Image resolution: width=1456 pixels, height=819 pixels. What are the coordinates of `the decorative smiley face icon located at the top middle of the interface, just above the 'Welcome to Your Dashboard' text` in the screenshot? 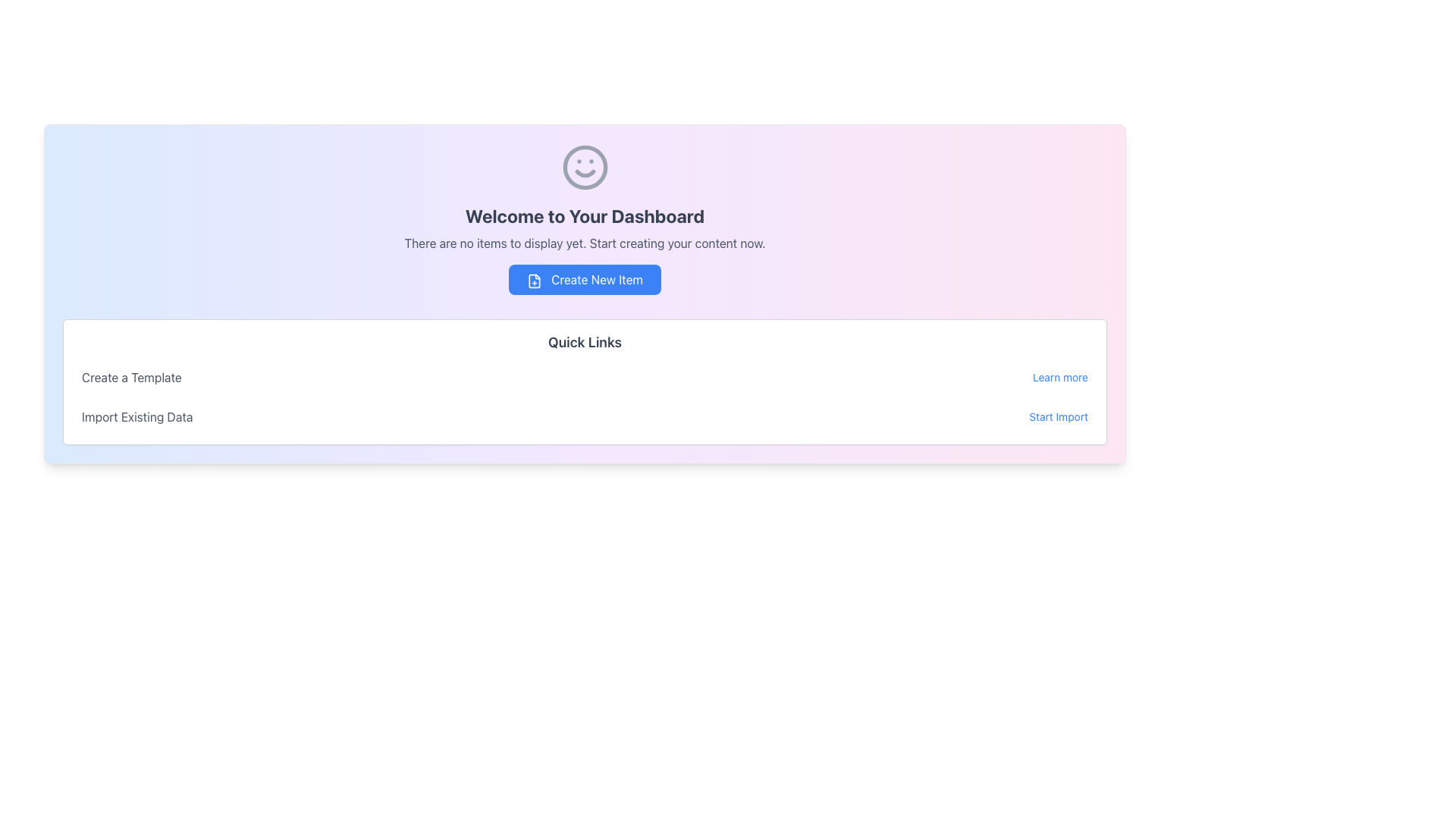 It's located at (584, 167).